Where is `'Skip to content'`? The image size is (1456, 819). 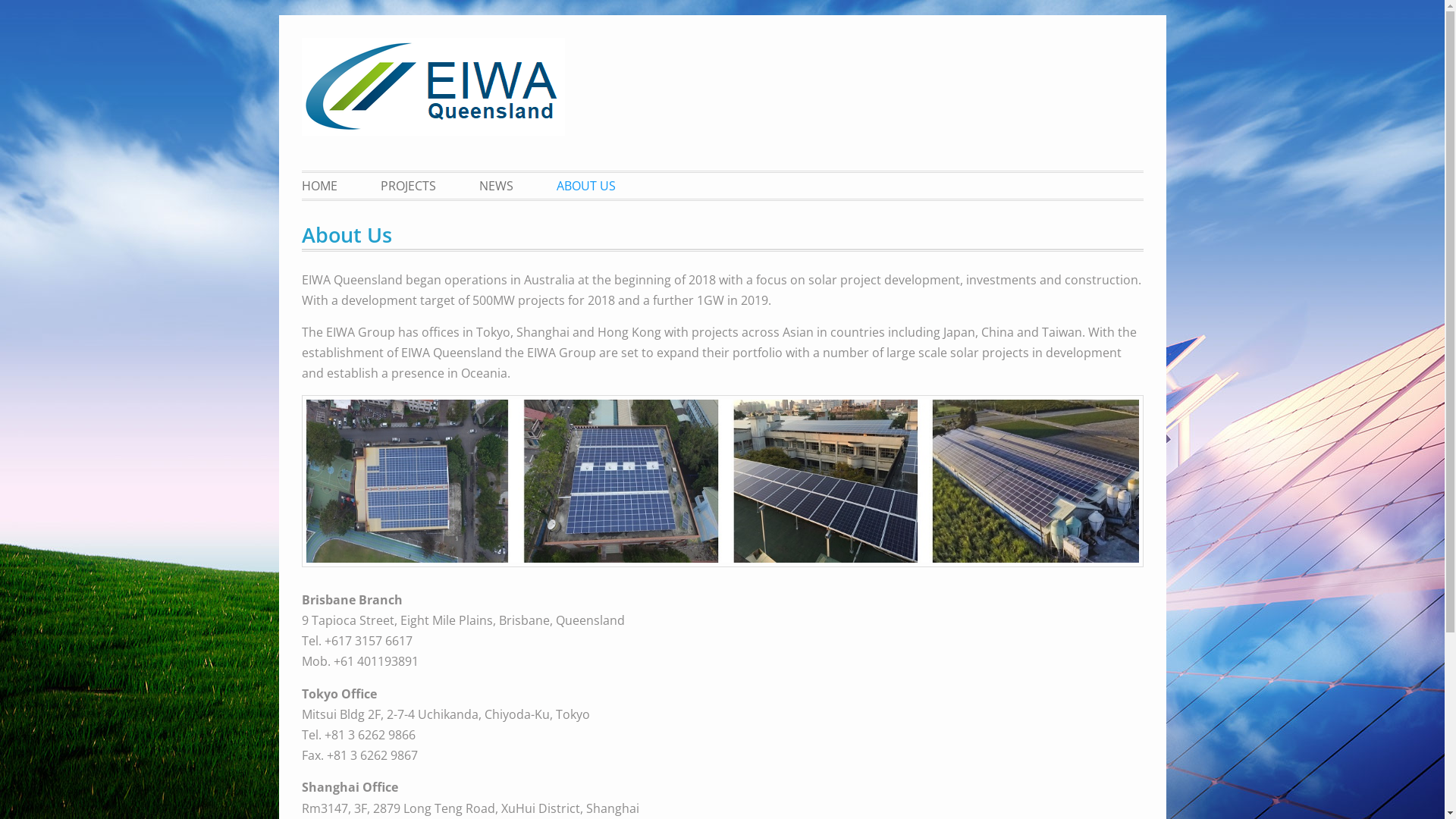
'Skip to content' is located at coordinates (300, 14).